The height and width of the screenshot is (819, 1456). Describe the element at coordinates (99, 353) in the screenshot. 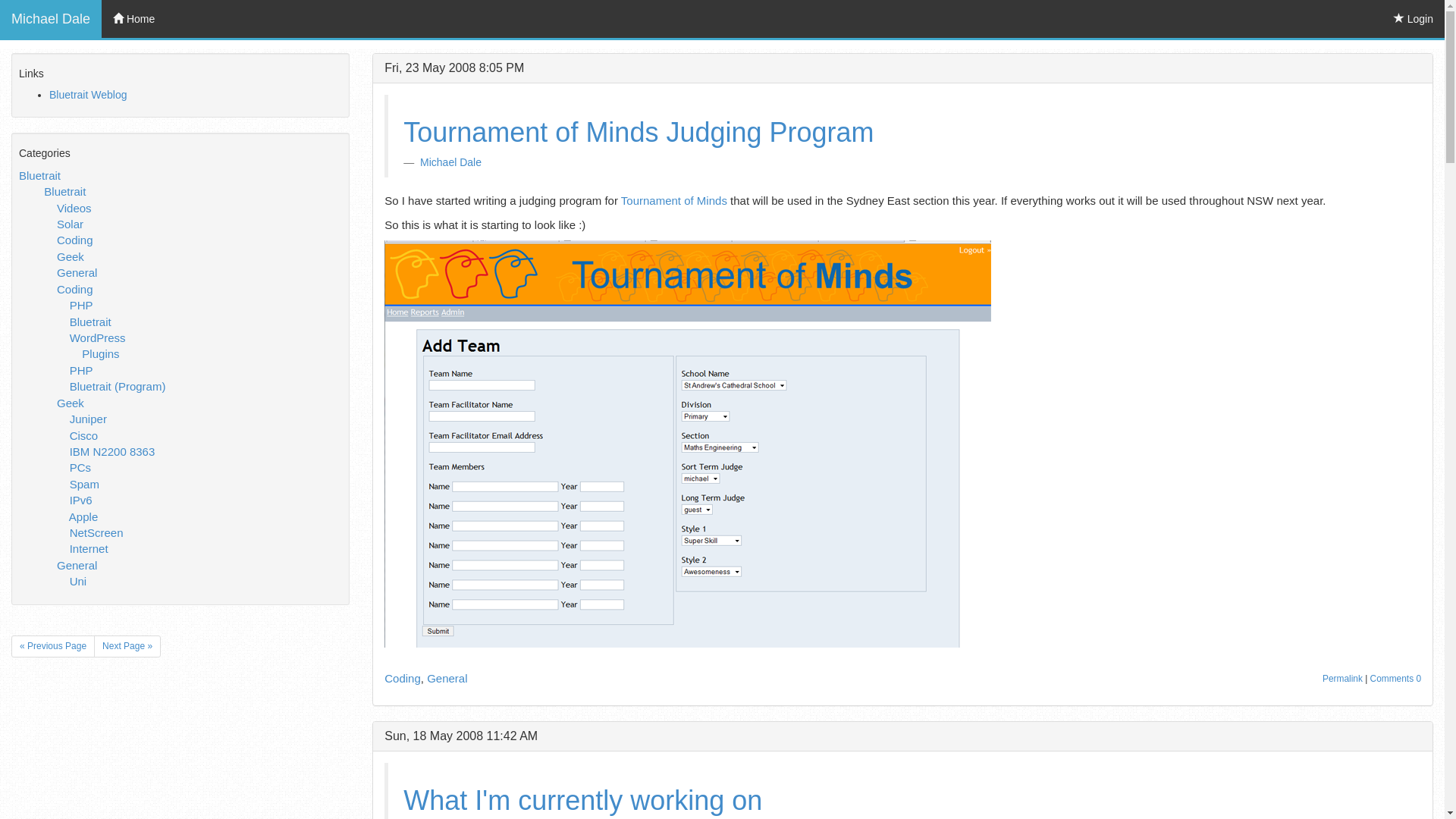

I see `'Plugins'` at that location.